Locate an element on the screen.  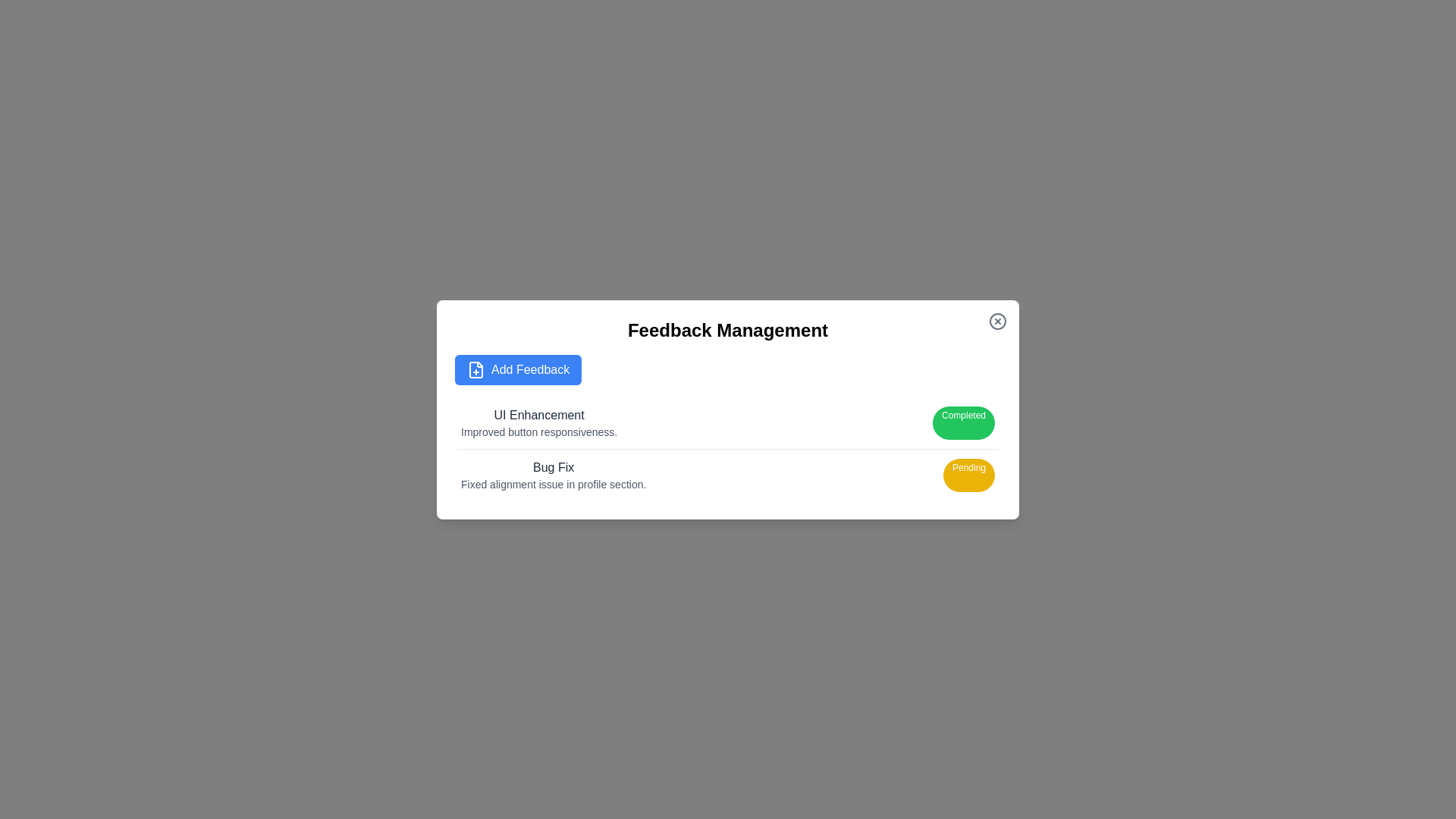
the 'UI Enhancement' text block is located at coordinates (539, 422).